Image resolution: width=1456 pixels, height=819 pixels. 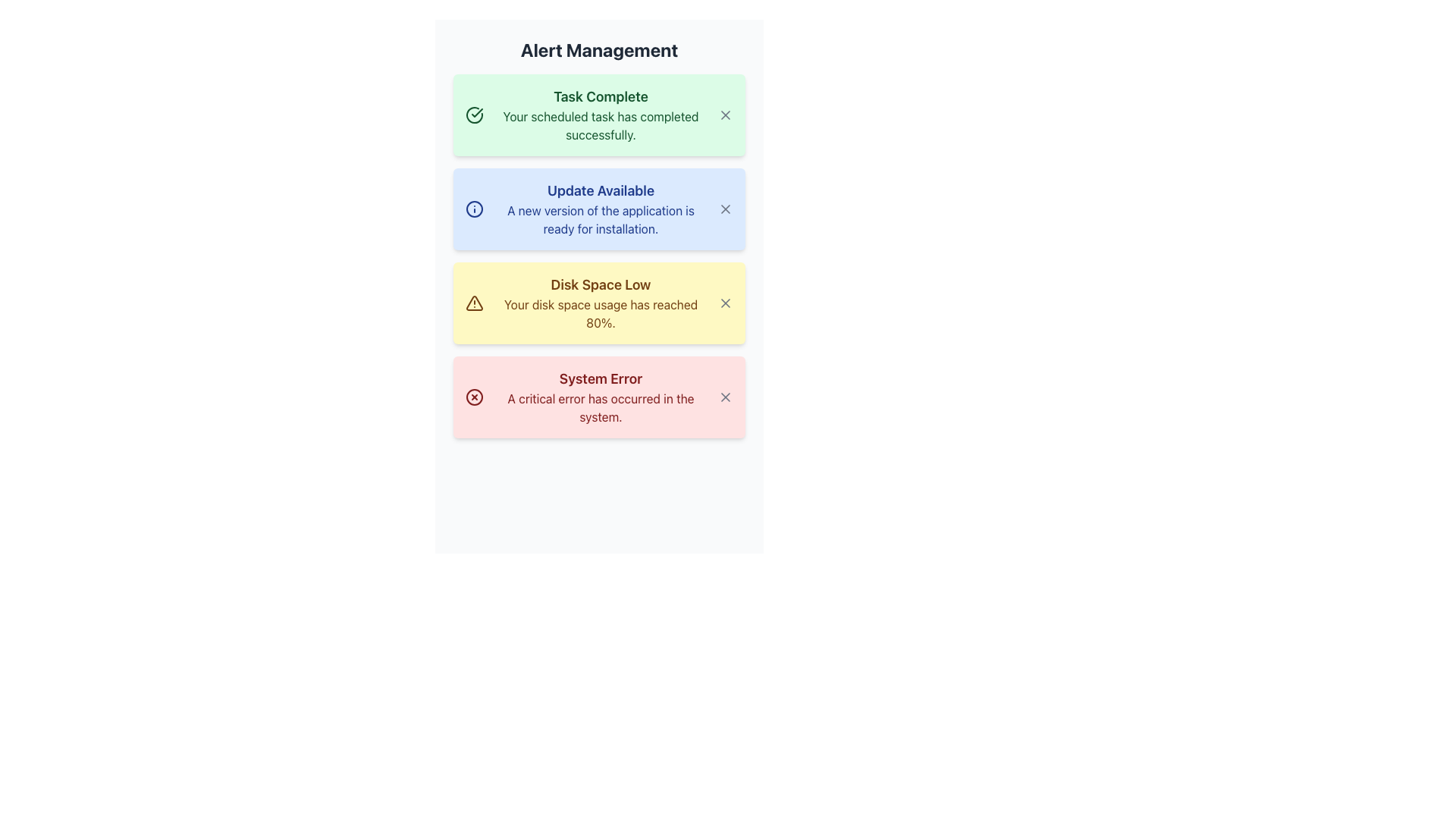 What do you see at coordinates (600, 96) in the screenshot?
I see `the text label that reads 'Task Complete', which is styled in bold and larger font within a green background panel located at the top of the notification list` at bounding box center [600, 96].